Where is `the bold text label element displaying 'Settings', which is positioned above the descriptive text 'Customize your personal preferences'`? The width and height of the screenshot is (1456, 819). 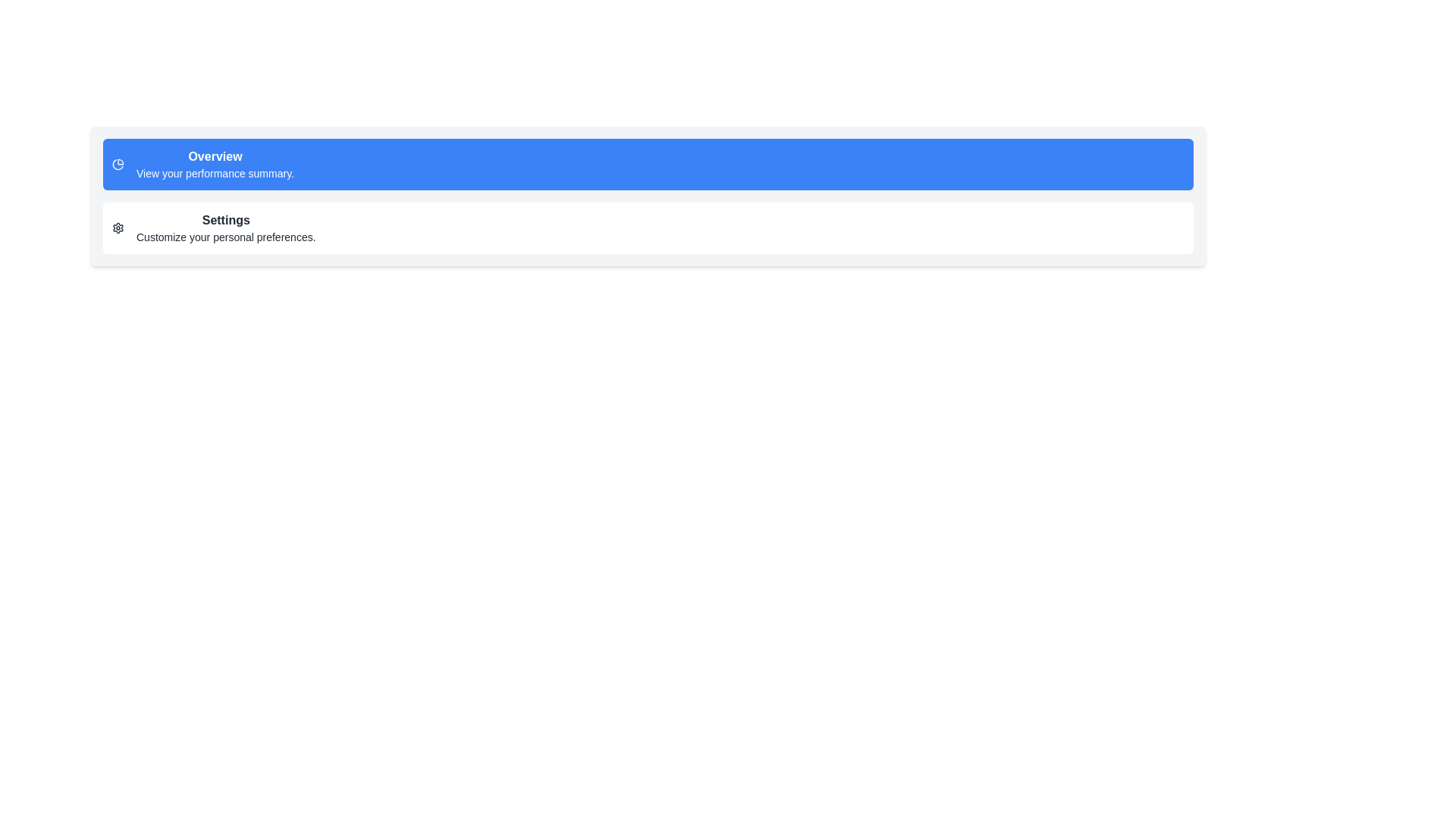 the bold text label element displaying 'Settings', which is positioned above the descriptive text 'Customize your personal preferences' is located at coordinates (225, 220).